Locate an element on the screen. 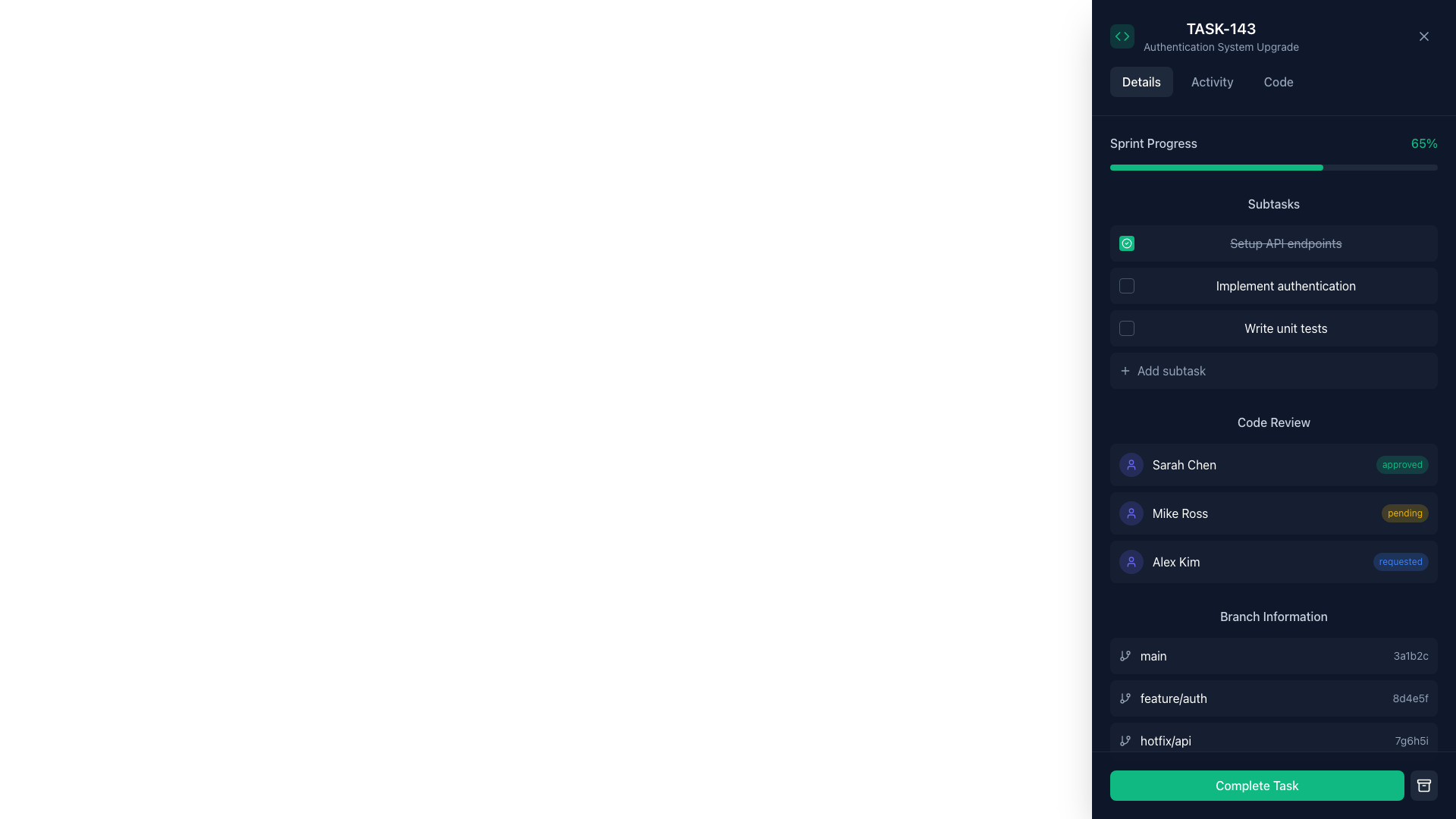 The image size is (1456, 819). the text label displaying 'Sarah Chen' in the 'Code Review' section for potential interaction or is located at coordinates (1184, 464).